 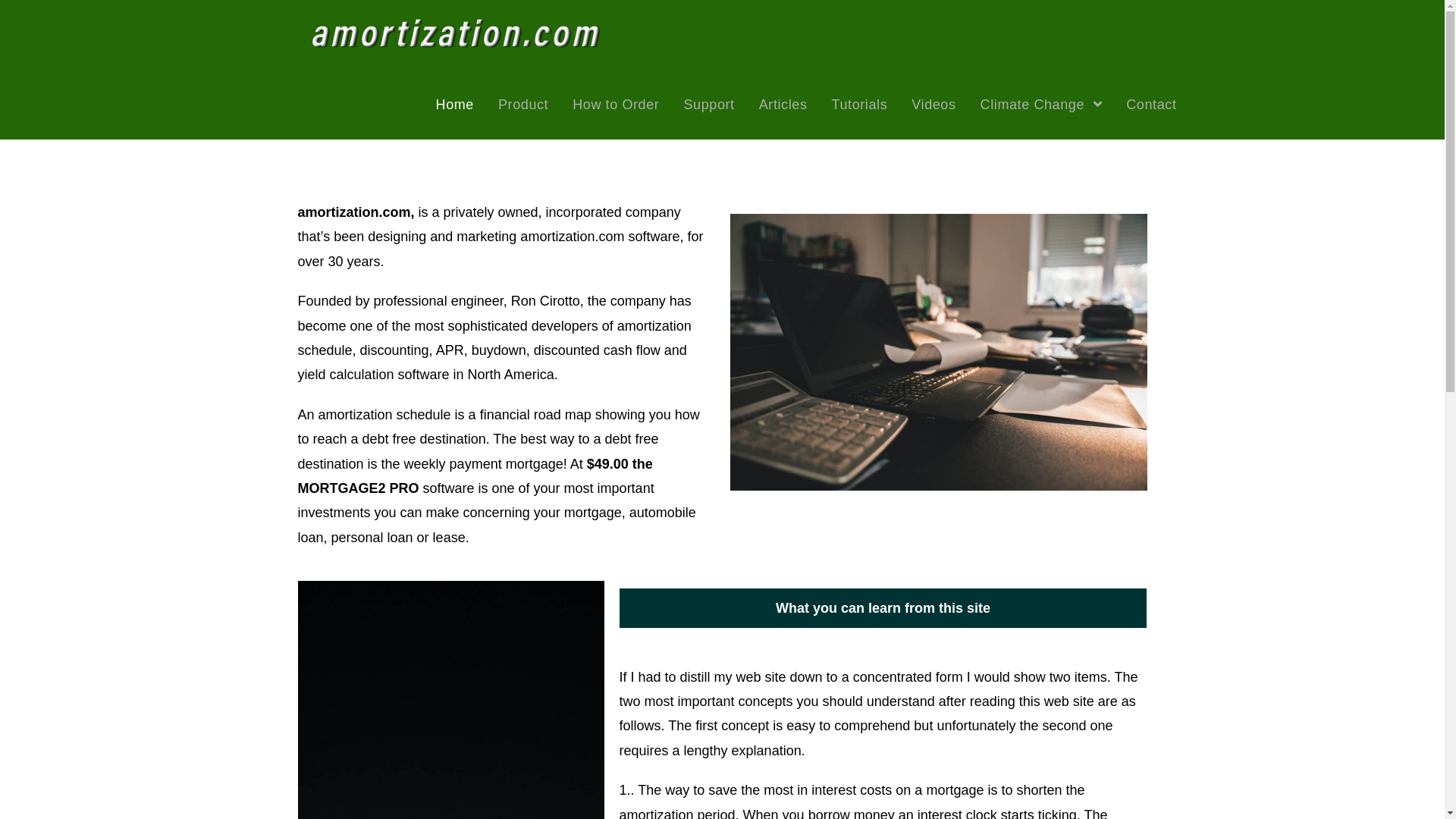 What do you see at coordinates (560, 104) in the screenshot?
I see `'How to Order'` at bounding box center [560, 104].